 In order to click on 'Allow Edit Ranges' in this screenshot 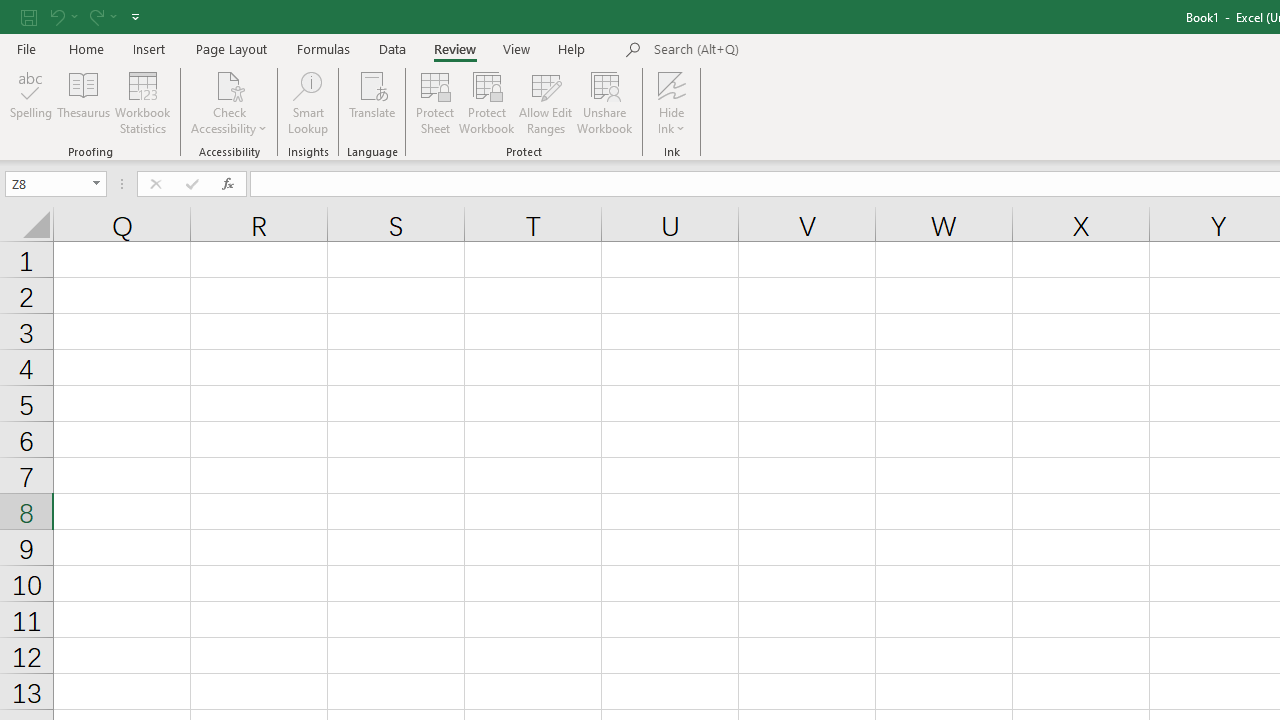, I will do `click(545, 103)`.